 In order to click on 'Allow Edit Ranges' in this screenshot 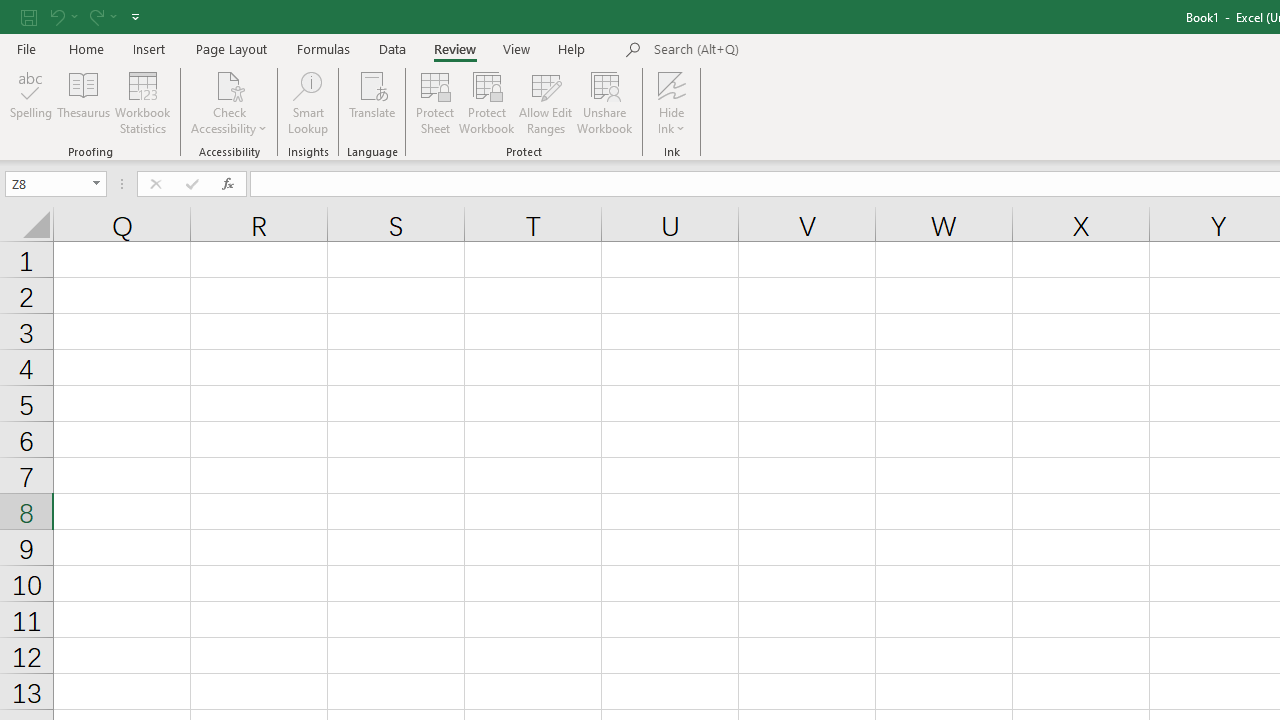, I will do `click(545, 103)`.